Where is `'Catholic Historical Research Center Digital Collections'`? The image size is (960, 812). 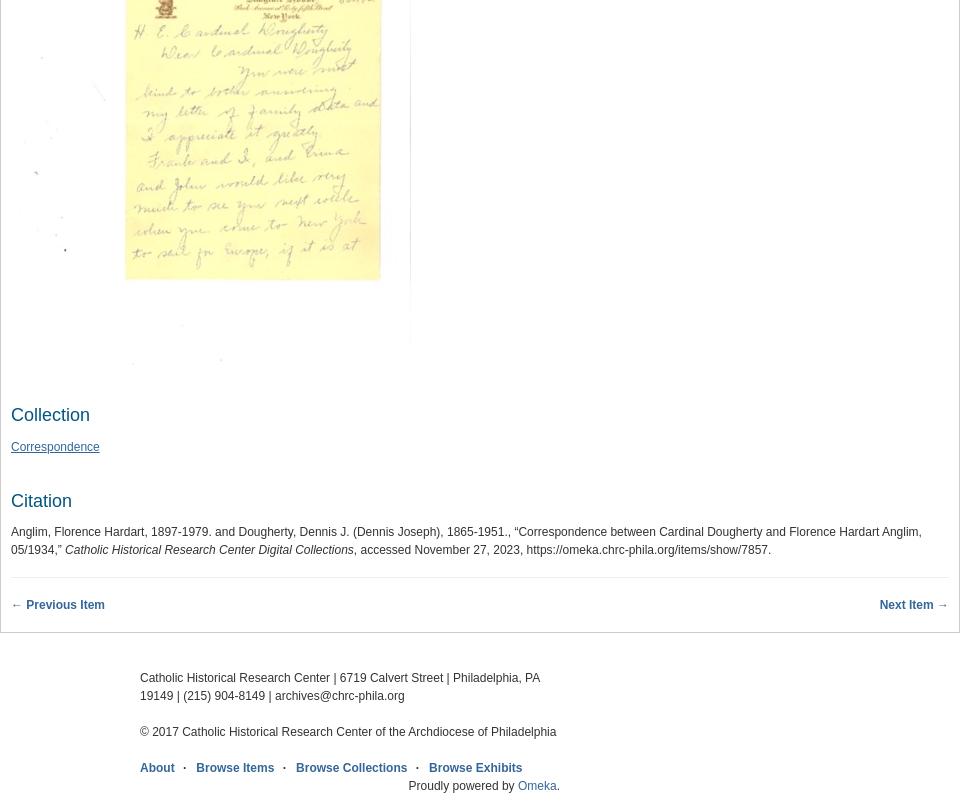
'Catholic Historical Research Center Digital Collections' is located at coordinates (208, 549).